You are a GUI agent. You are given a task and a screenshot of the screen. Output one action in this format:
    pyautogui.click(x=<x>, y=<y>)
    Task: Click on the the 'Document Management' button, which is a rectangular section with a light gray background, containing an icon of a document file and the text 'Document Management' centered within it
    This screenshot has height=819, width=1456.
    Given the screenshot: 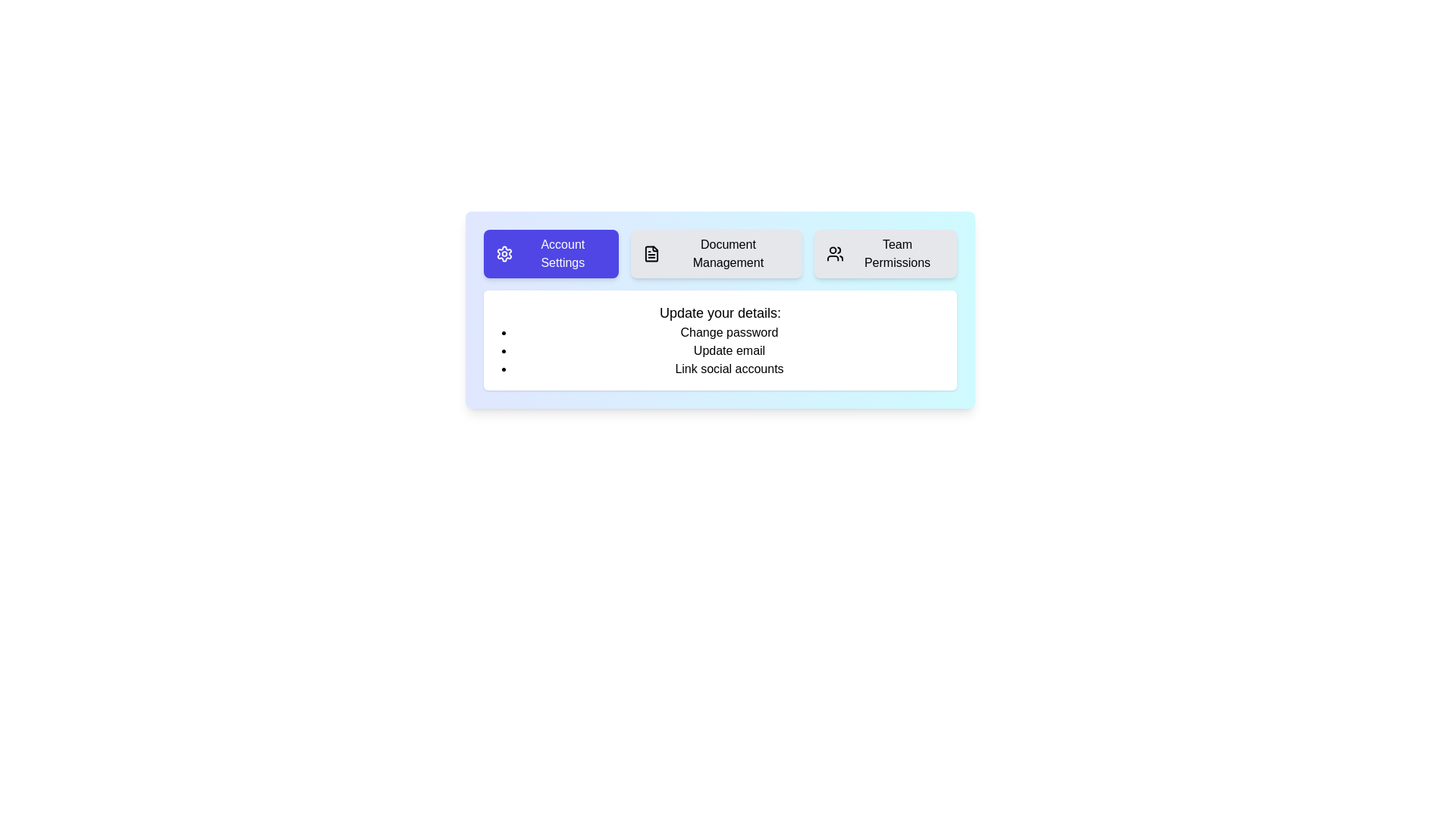 What is the action you would take?
    pyautogui.click(x=715, y=253)
    